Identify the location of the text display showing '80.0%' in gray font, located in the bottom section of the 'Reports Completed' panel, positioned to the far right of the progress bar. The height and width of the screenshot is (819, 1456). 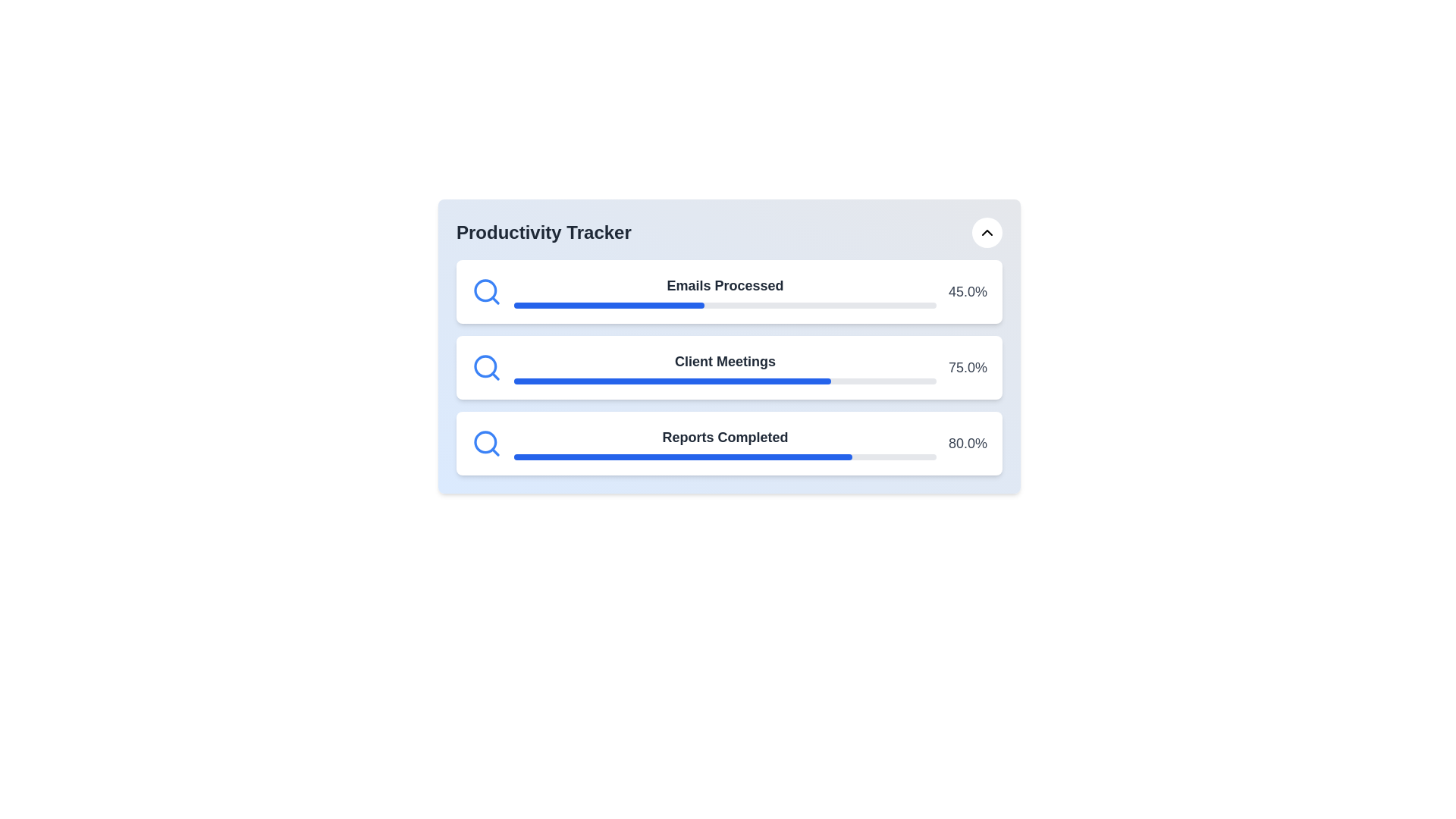
(967, 444).